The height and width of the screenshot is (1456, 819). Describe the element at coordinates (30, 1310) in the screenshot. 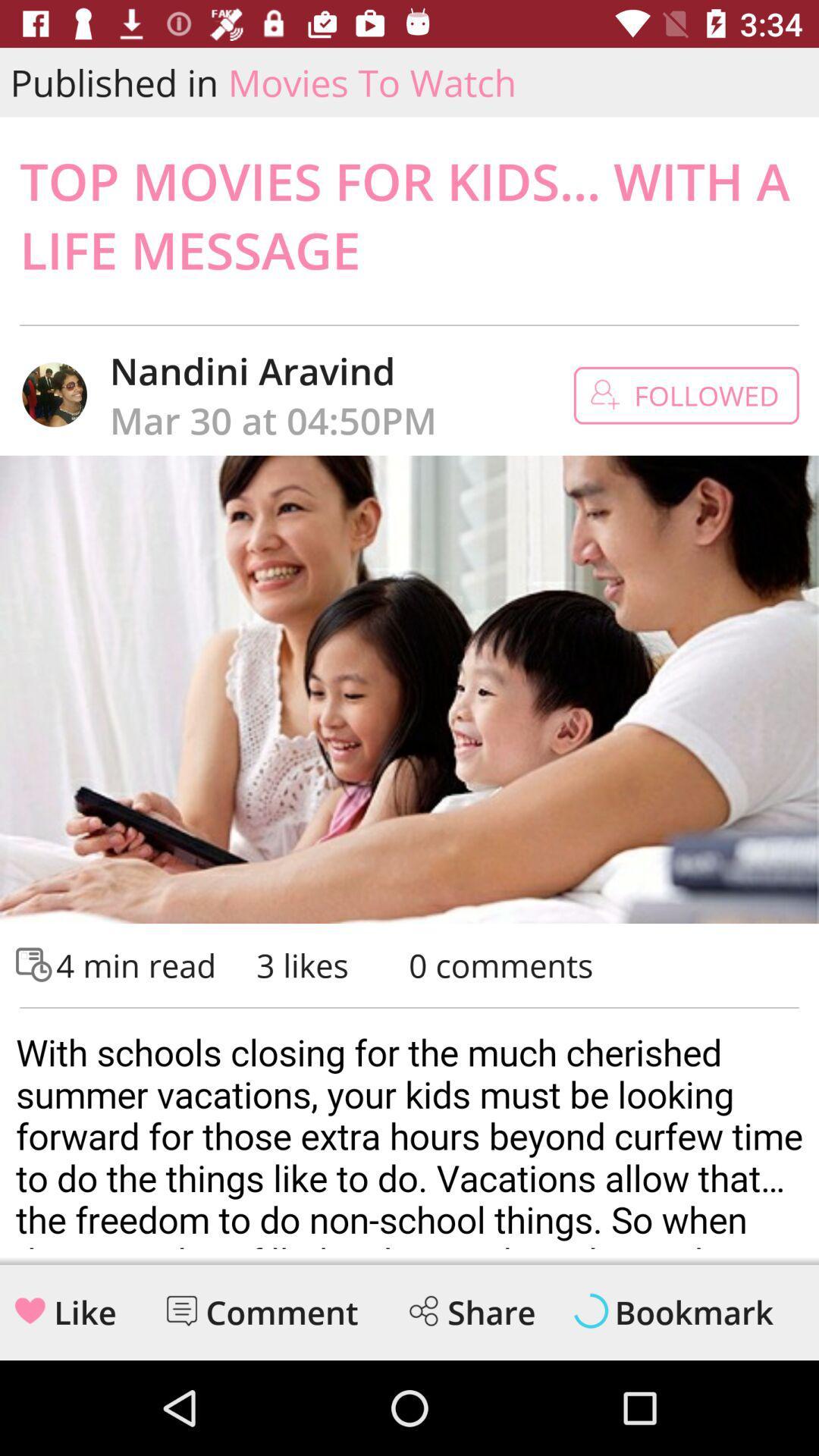

I see `like button` at that location.